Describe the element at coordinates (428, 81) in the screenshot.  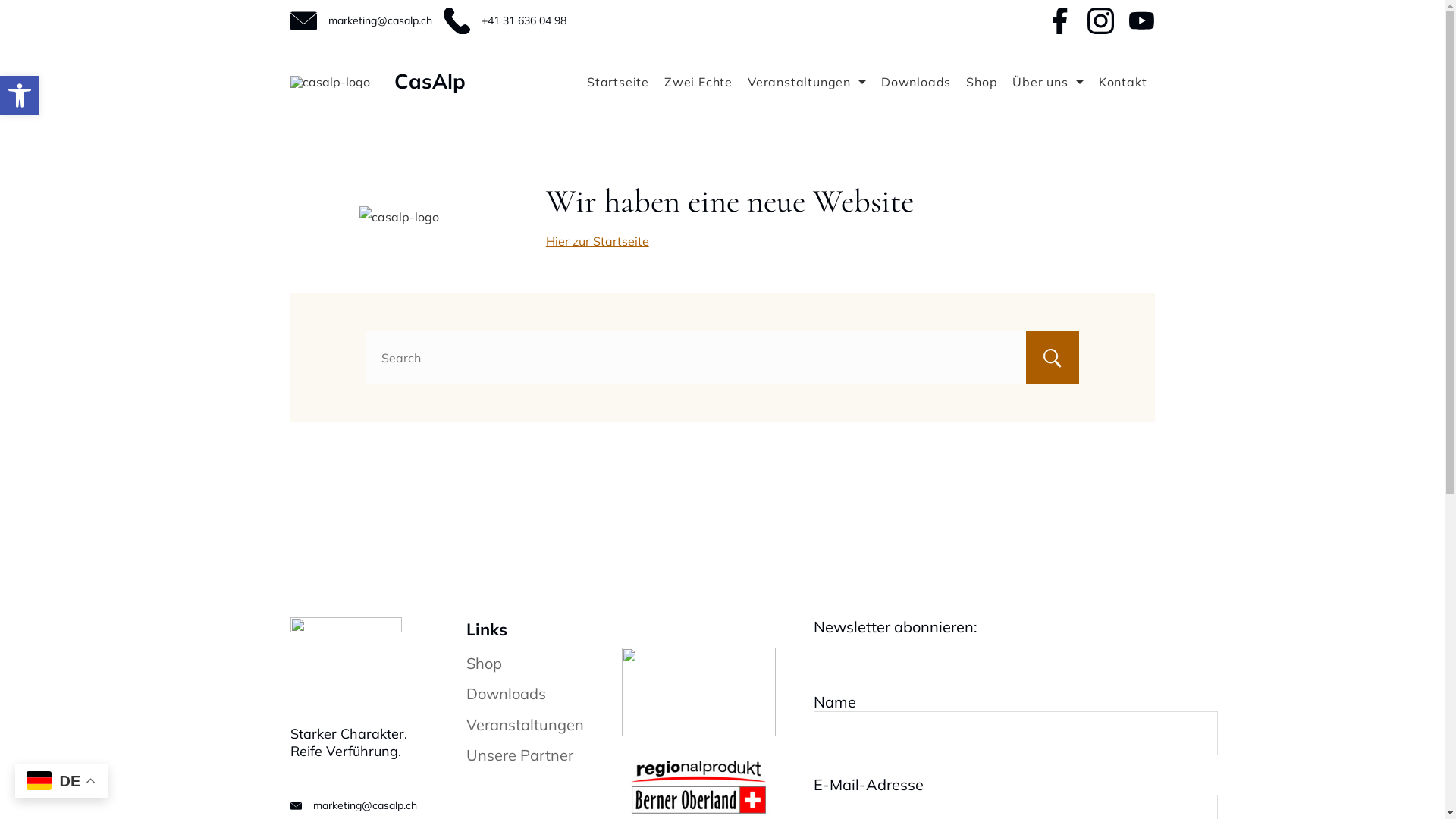
I see `'CasAlp'` at that location.